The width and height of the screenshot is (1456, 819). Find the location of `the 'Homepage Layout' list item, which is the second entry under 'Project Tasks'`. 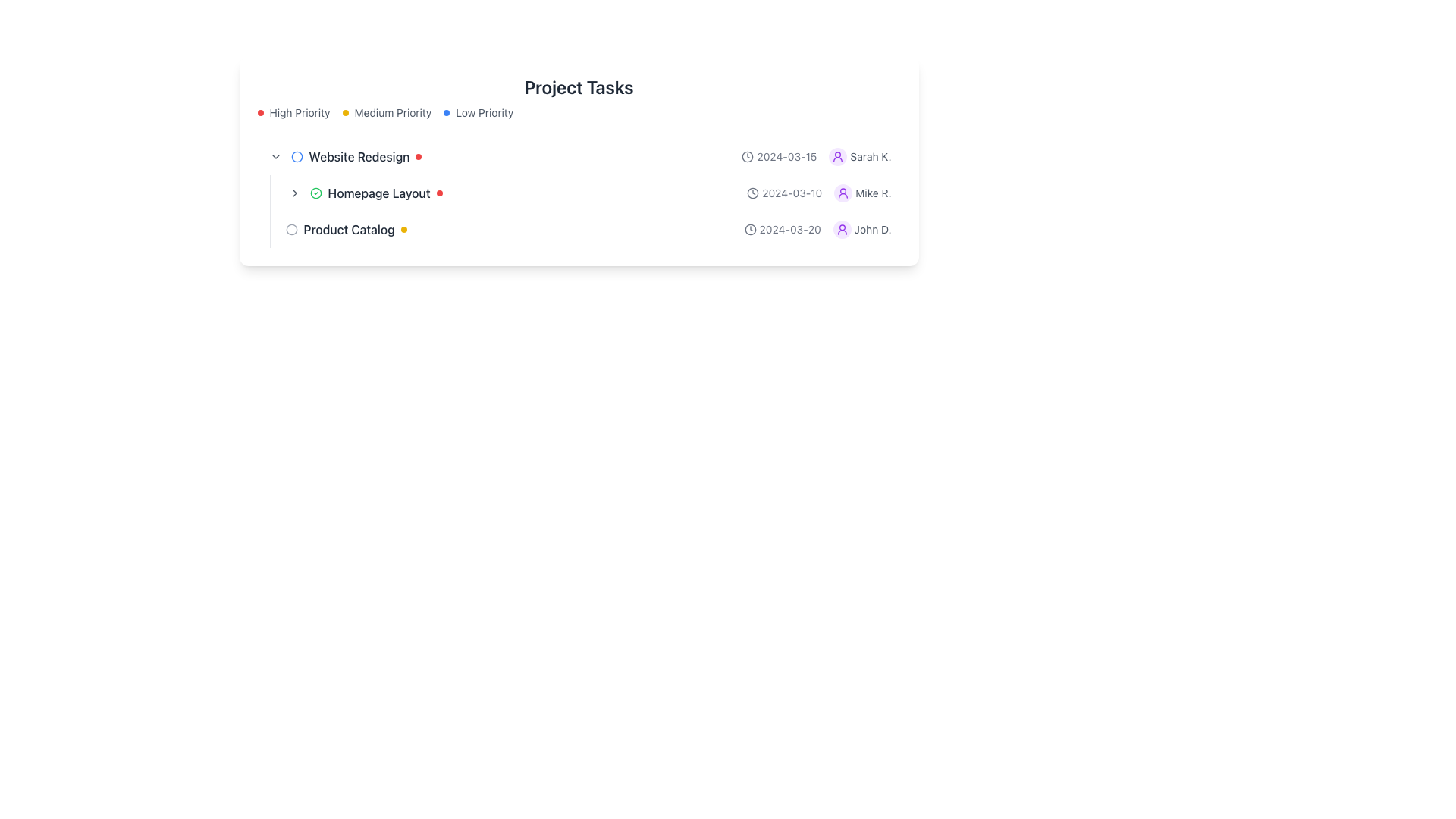

the 'Homepage Layout' list item, which is the second entry under 'Project Tasks' is located at coordinates (584, 211).